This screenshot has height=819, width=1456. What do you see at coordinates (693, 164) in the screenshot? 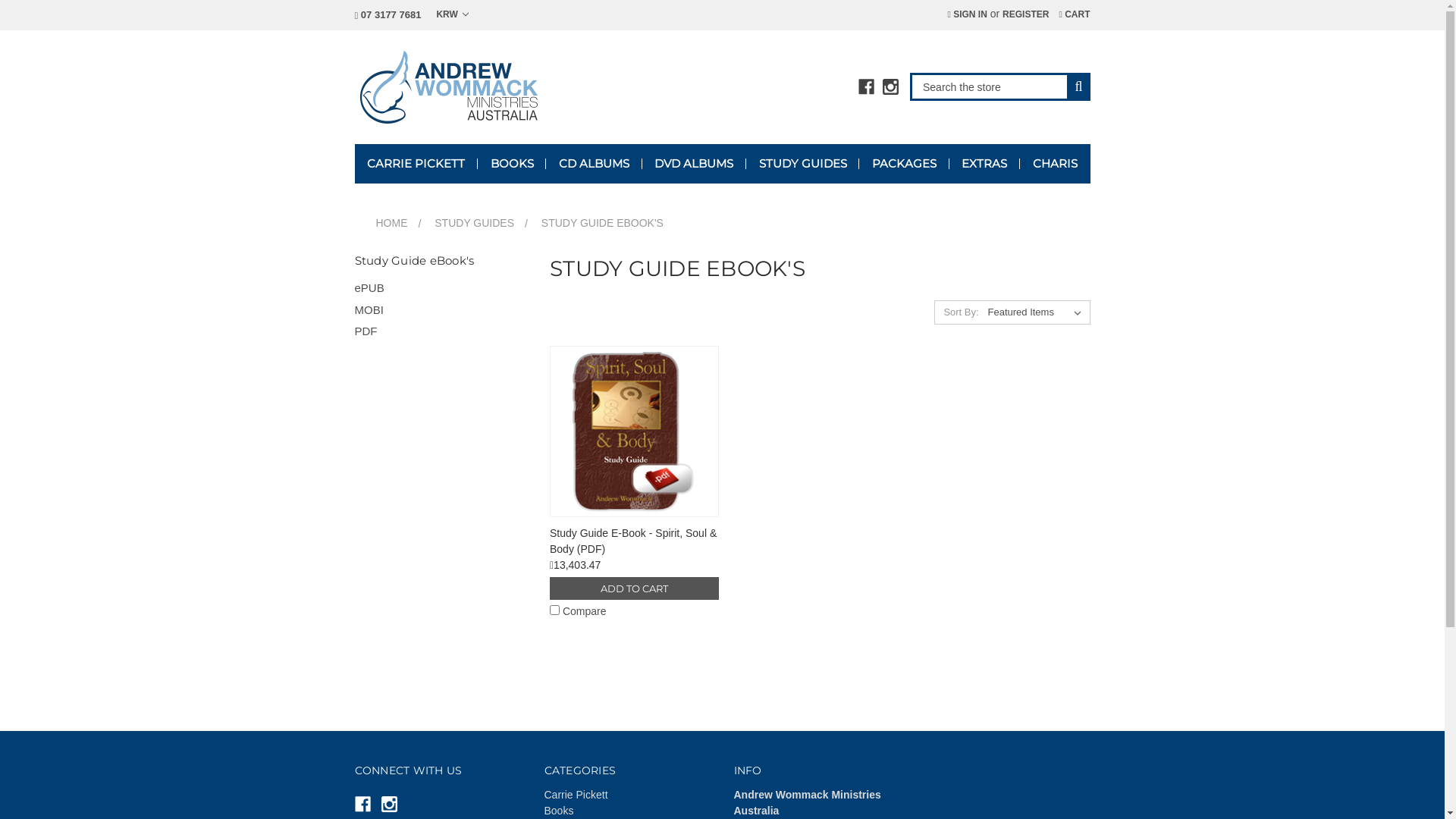
I see `'DVD ALBUMS'` at bounding box center [693, 164].